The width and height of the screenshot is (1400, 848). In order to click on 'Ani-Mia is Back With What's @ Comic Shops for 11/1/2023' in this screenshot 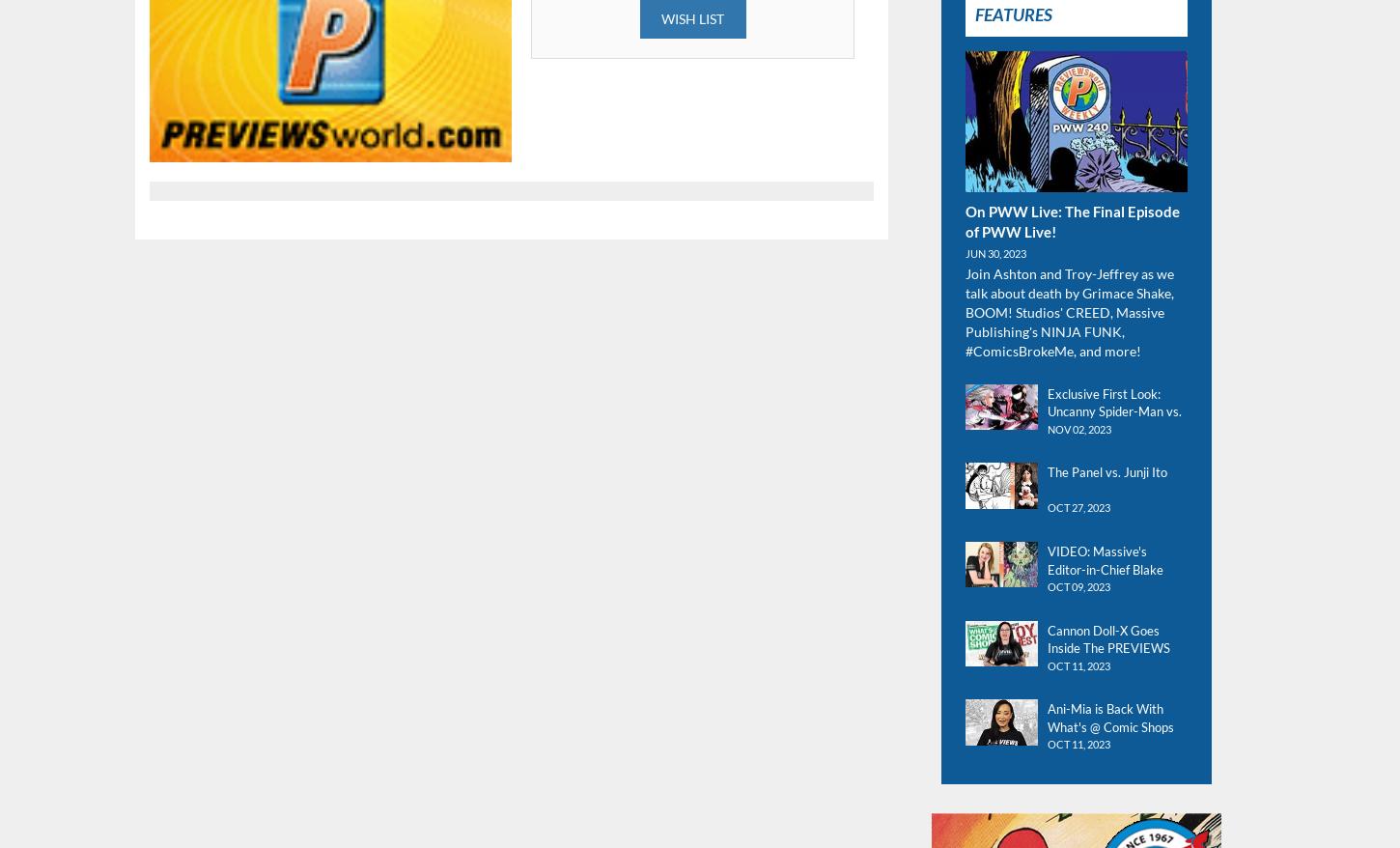, I will do `click(1109, 726)`.